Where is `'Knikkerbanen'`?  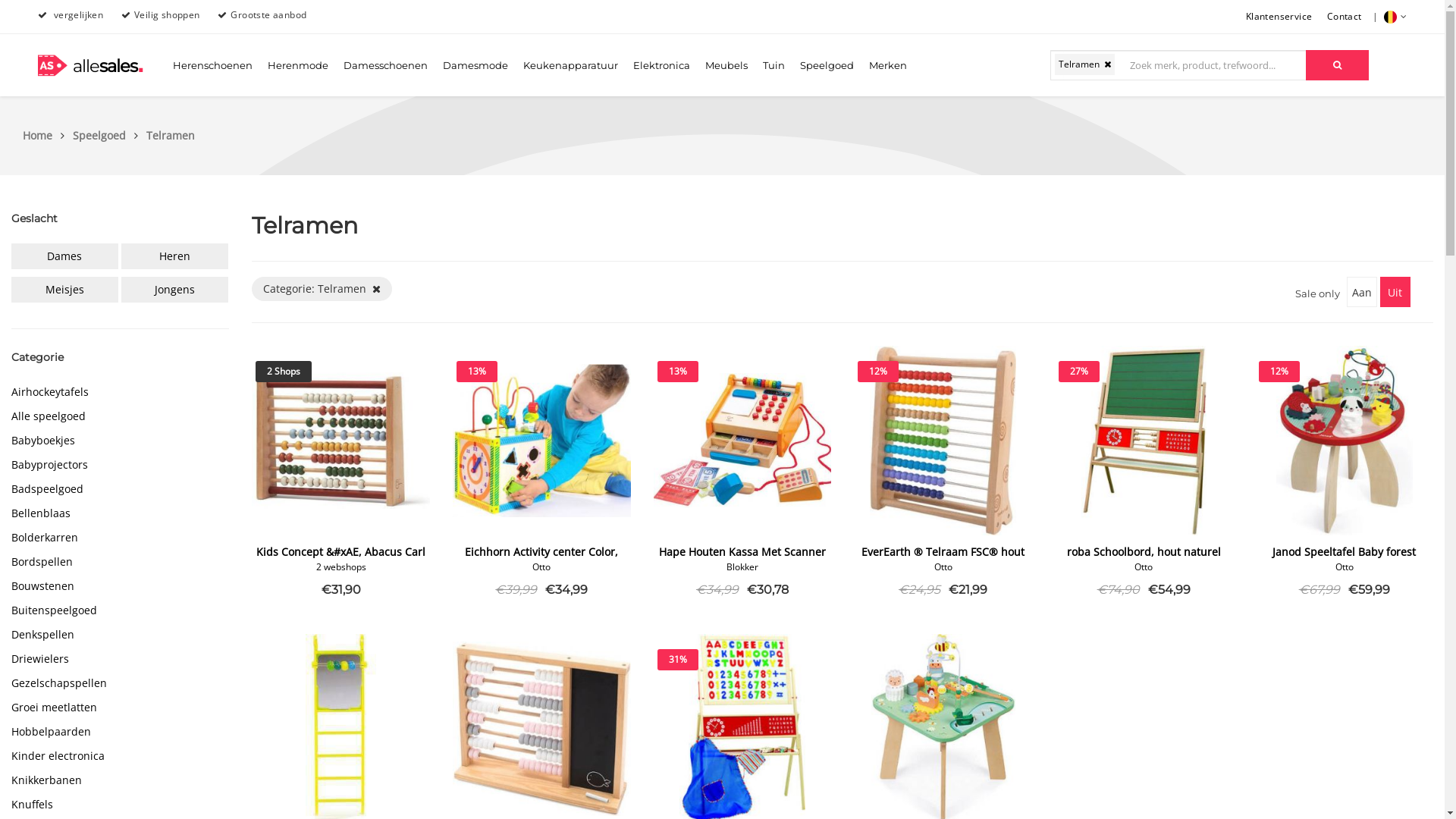
'Knikkerbanen' is located at coordinates (11, 780).